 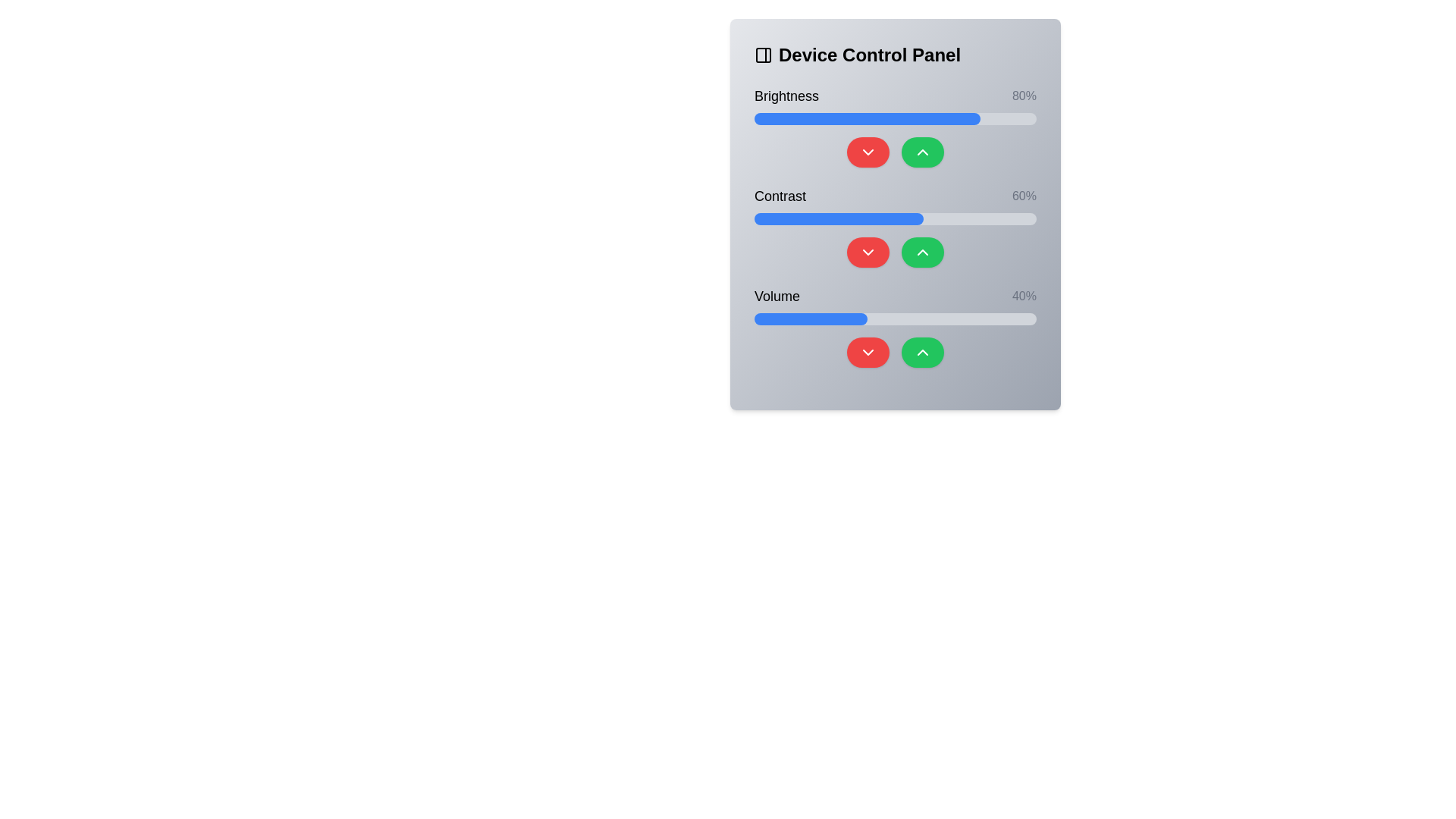 What do you see at coordinates (895, 55) in the screenshot?
I see `text content of the 'Device Control Panel' label, which is a bold text label located at the top of the panel, accompanied by an icon on the left` at bounding box center [895, 55].